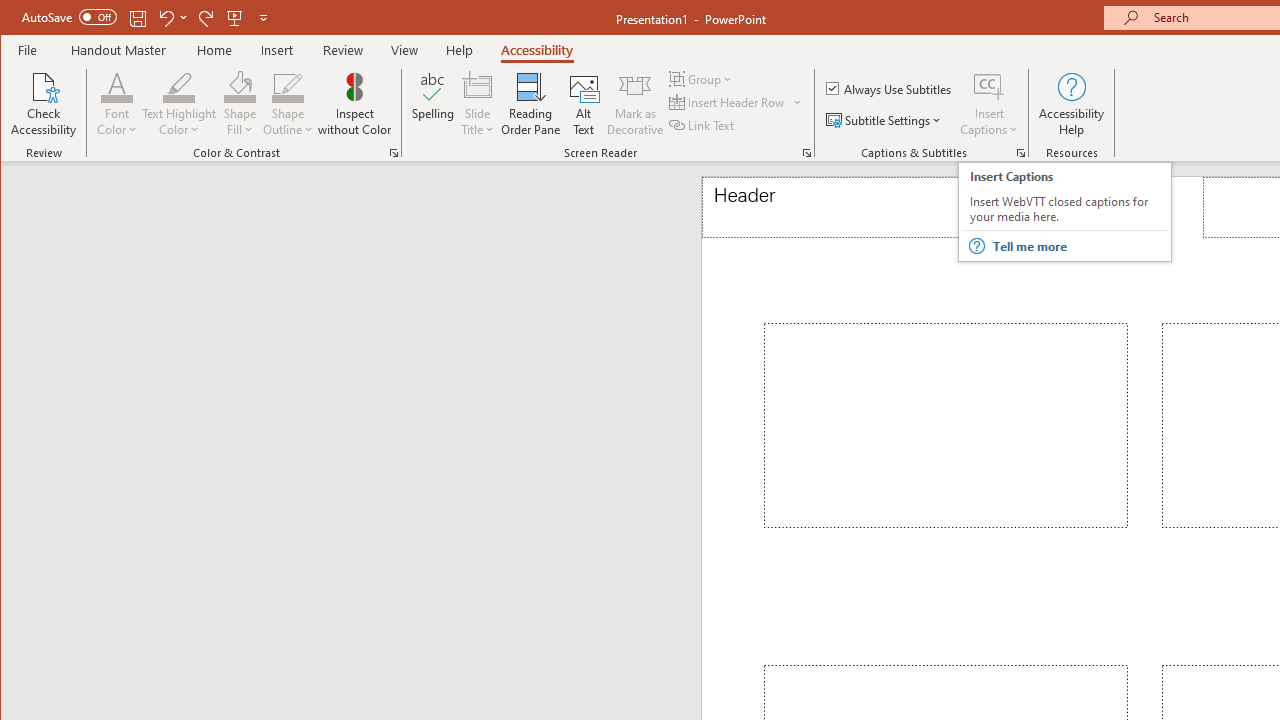 The width and height of the screenshot is (1280, 720). I want to click on 'Subtitle Settings', so click(884, 120).